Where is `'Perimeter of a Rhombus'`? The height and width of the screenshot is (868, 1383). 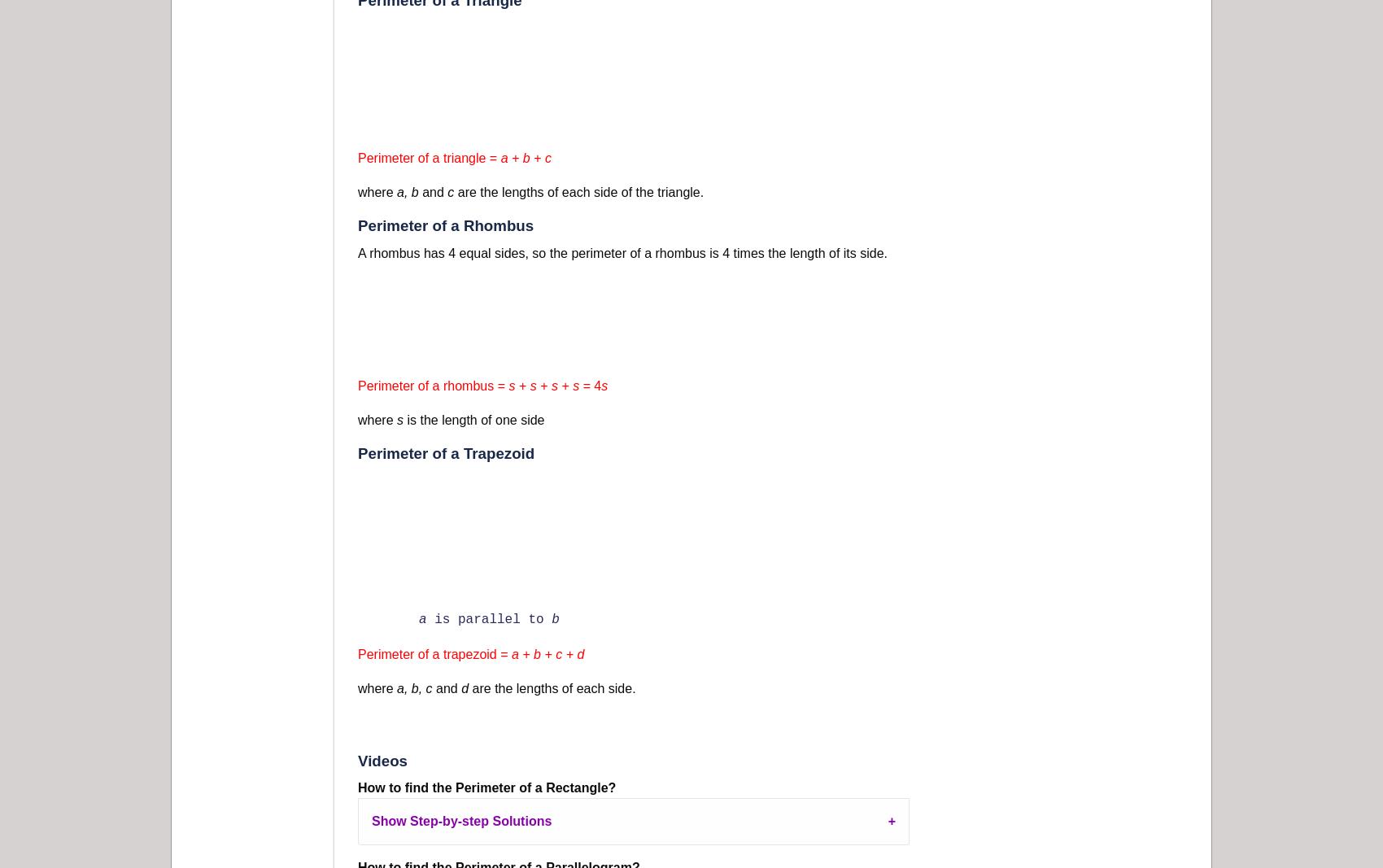
'Perimeter of a Rhombus' is located at coordinates (445, 225).